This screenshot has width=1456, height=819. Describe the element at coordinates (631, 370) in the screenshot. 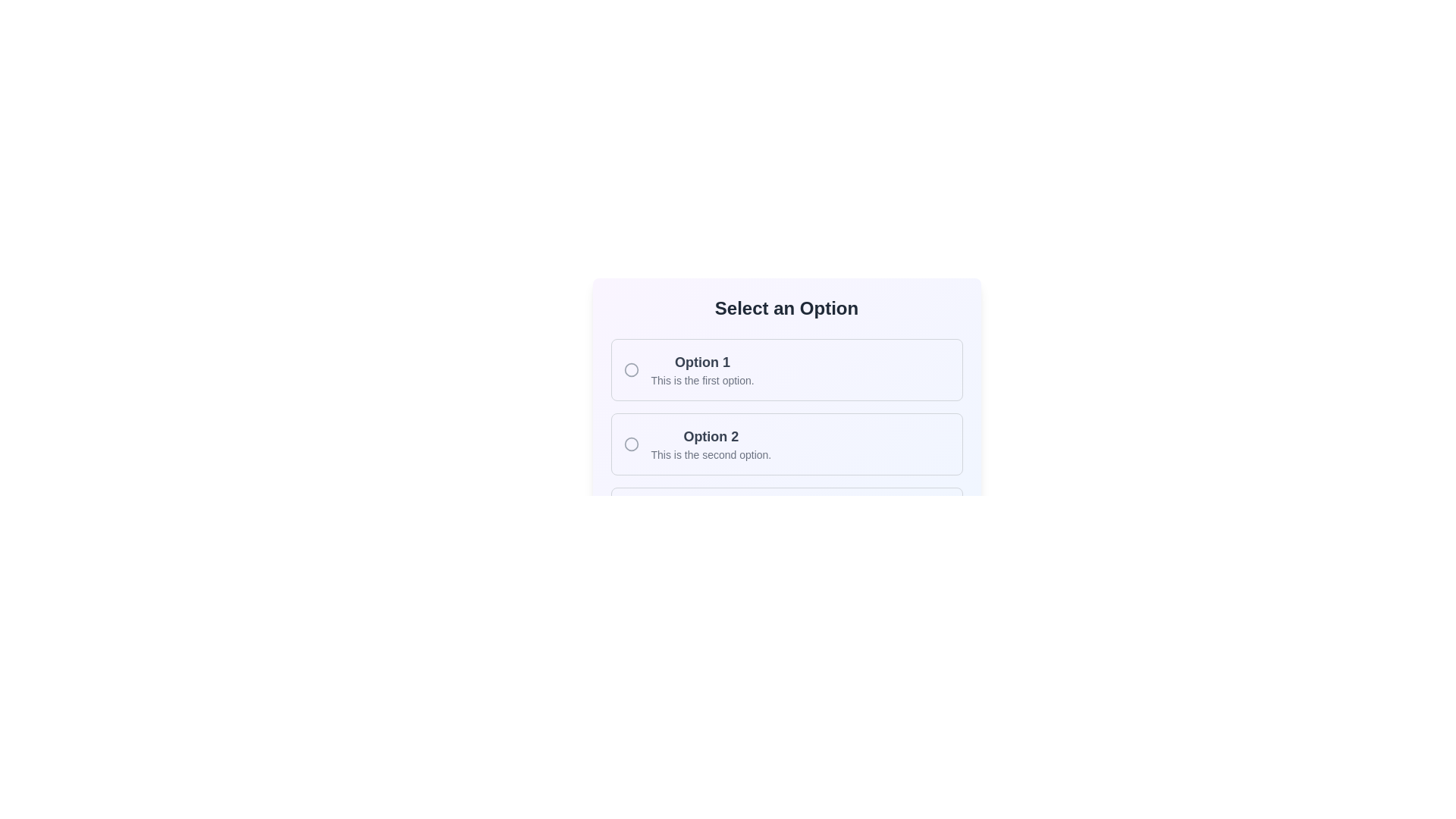

I see `the circular icon representing the first option in the list labeled 'Option 1'` at that location.